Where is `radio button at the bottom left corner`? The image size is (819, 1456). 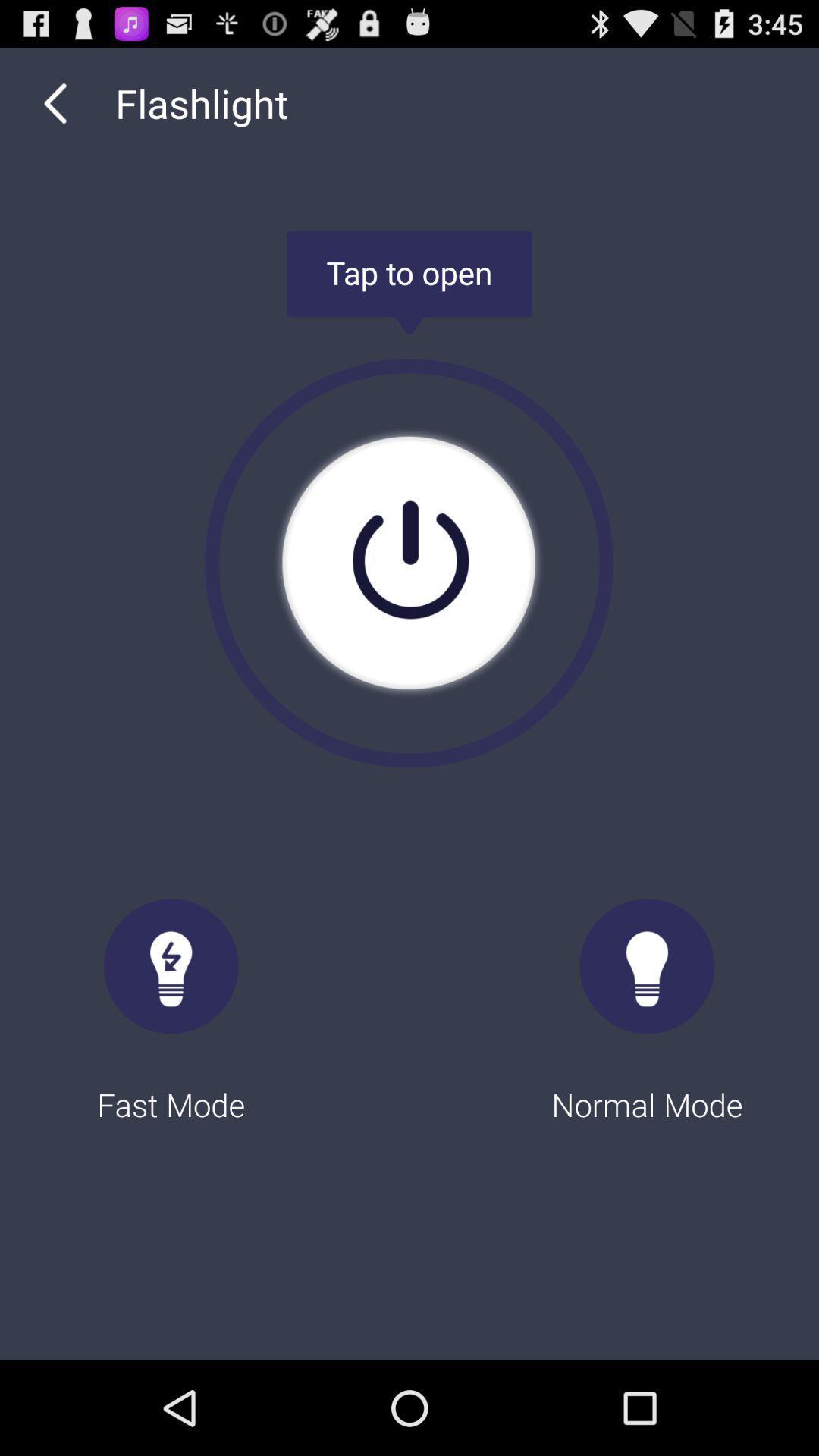
radio button at the bottom left corner is located at coordinates (171, 996).